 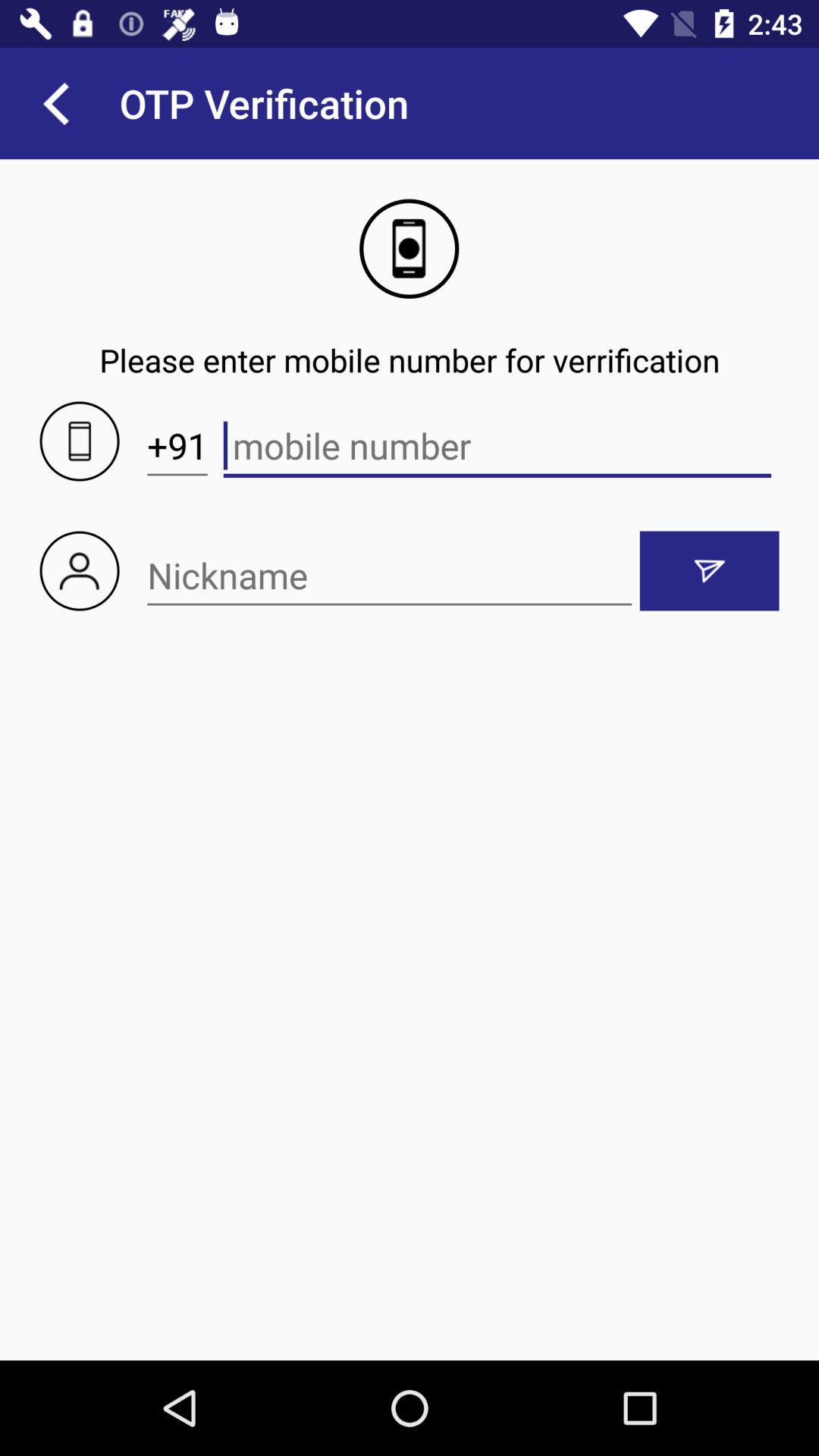 I want to click on +91 icon, so click(x=177, y=445).